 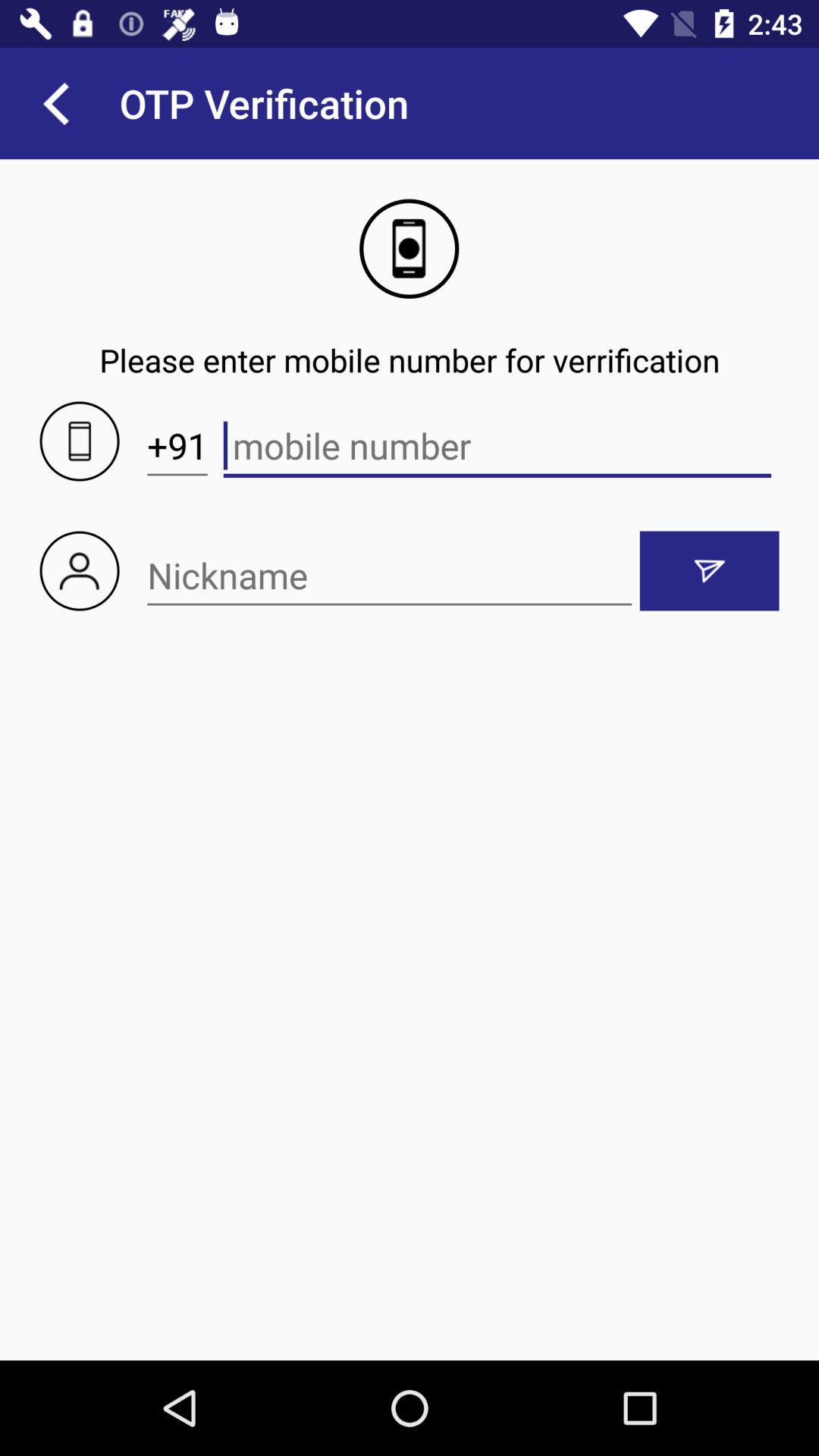 I want to click on +91 icon, so click(x=177, y=445).